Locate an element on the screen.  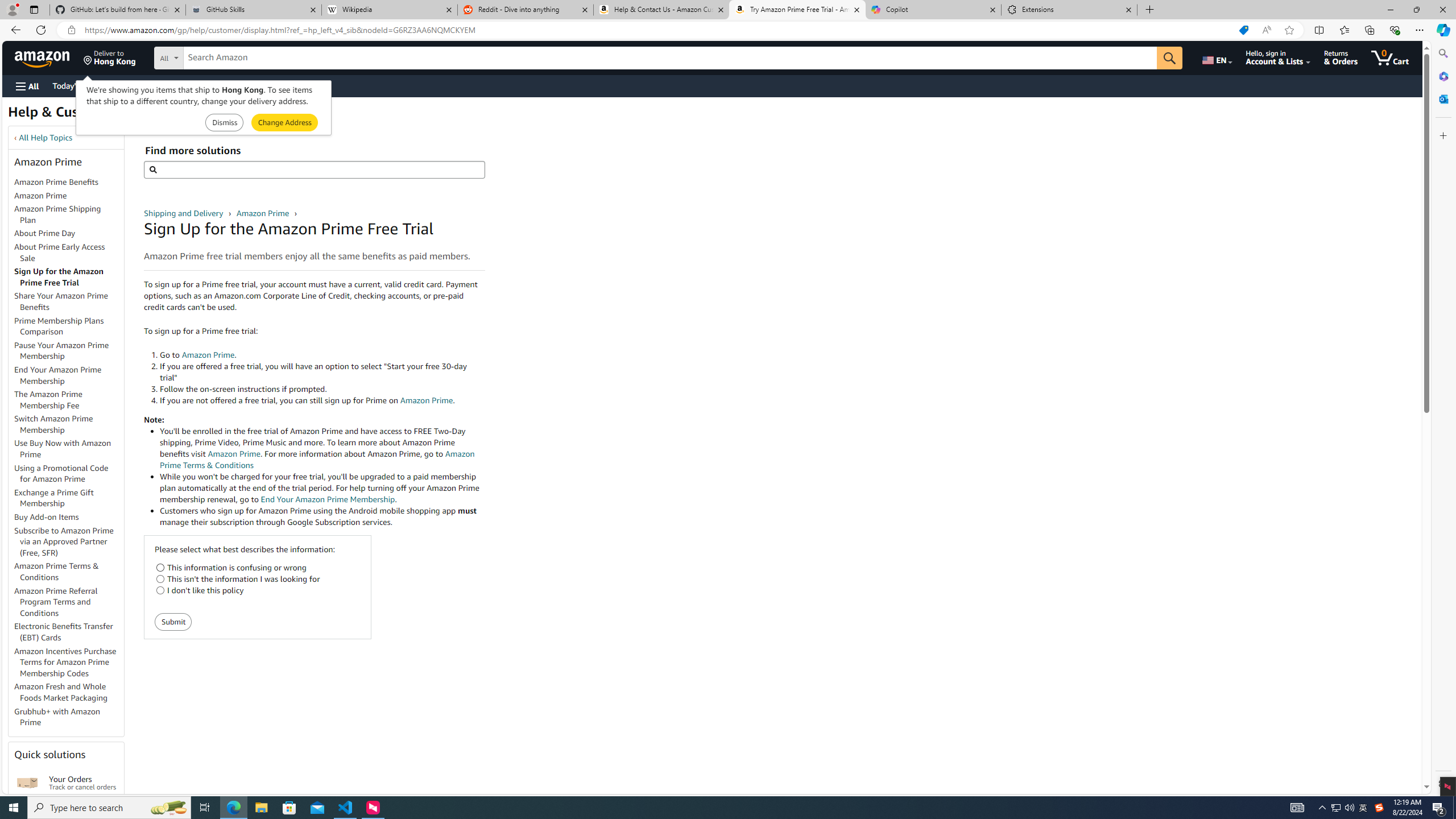
'Using a Promotional Code for Amazon Prime' is located at coordinates (69, 473).